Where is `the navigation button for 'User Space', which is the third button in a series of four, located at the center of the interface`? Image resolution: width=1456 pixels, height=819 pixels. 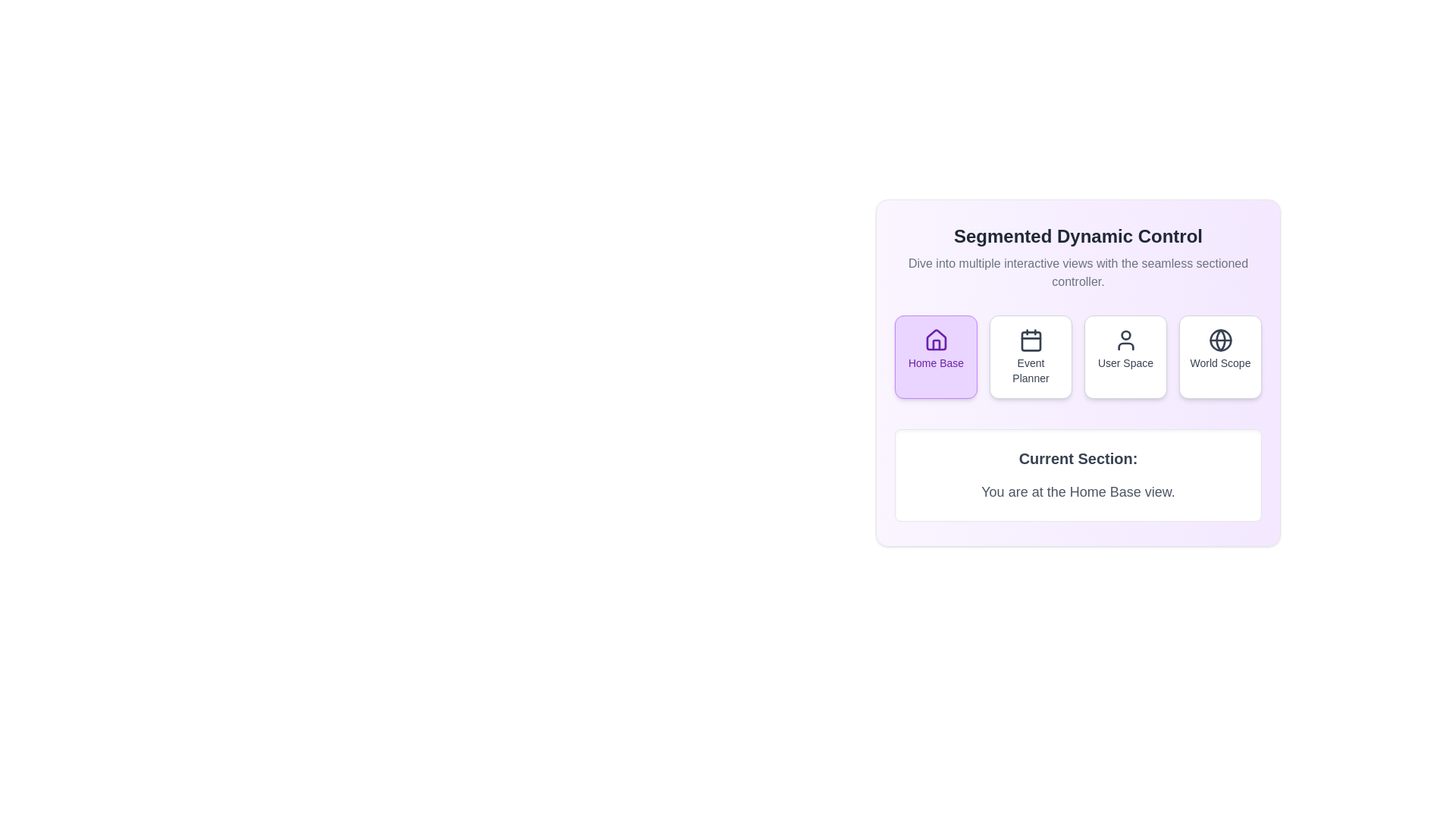
the navigation button for 'User Space', which is the third button in a series of four, located at the center of the interface is located at coordinates (1125, 356).